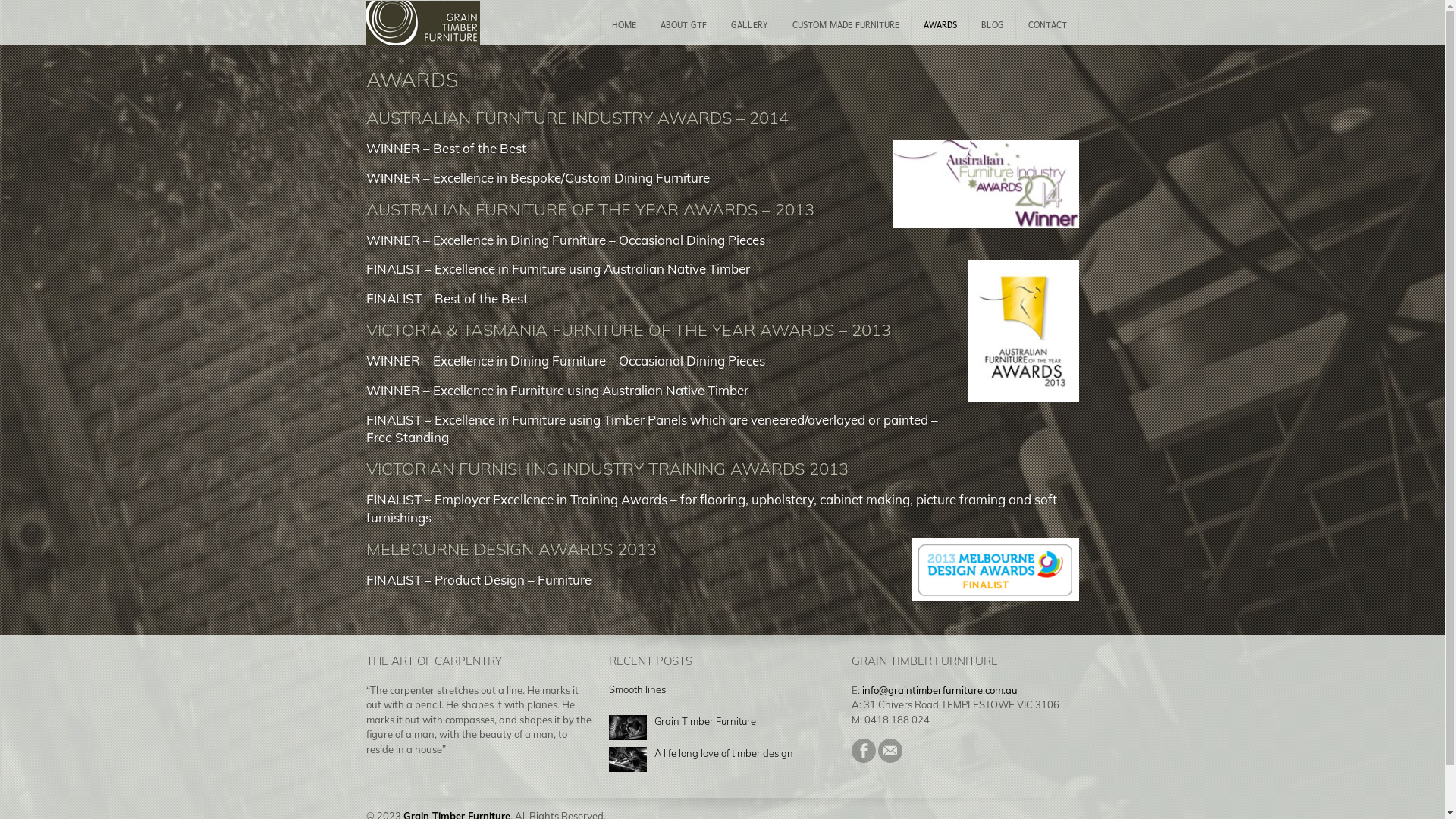 This screenshot has height=819, width=1456. I want to click on 'ABOUT GTF', so click(682, 25).